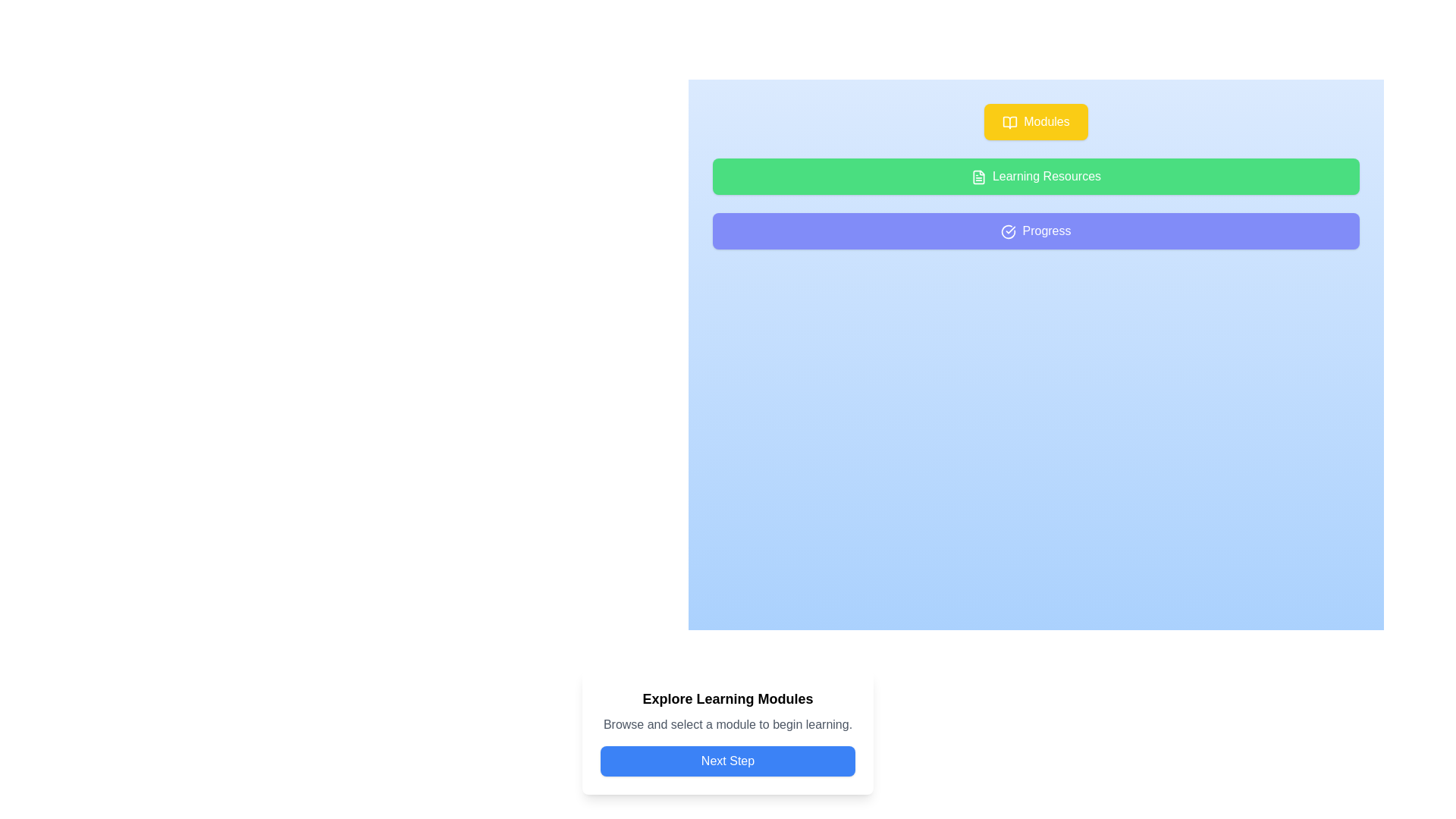 This screenshot has height=819, width=1456. Describe the element at coordinates (978, 176) in the screenshot. I see `the small decorative icon located` at that location.